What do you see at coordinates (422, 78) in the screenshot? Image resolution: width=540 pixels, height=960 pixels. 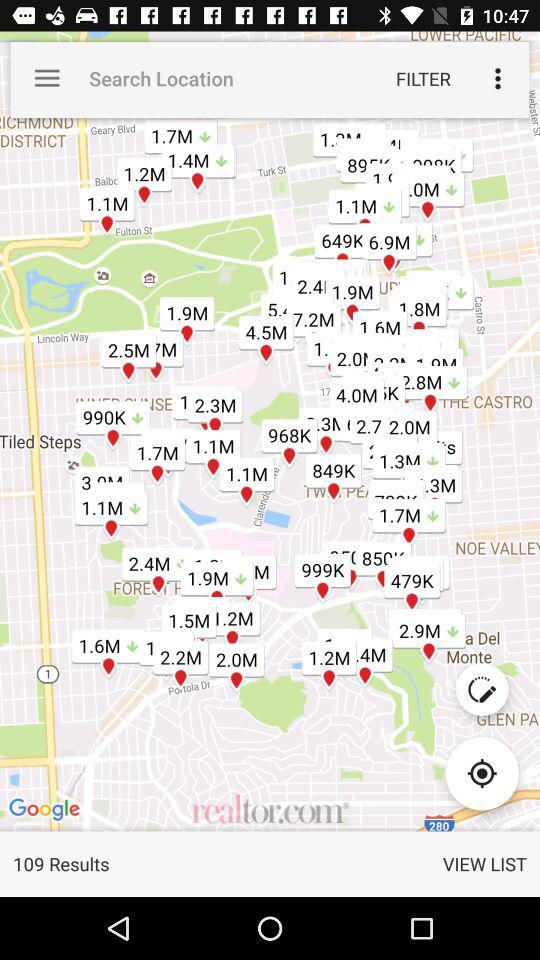 I see `filter` at bounding box center [422, 78].